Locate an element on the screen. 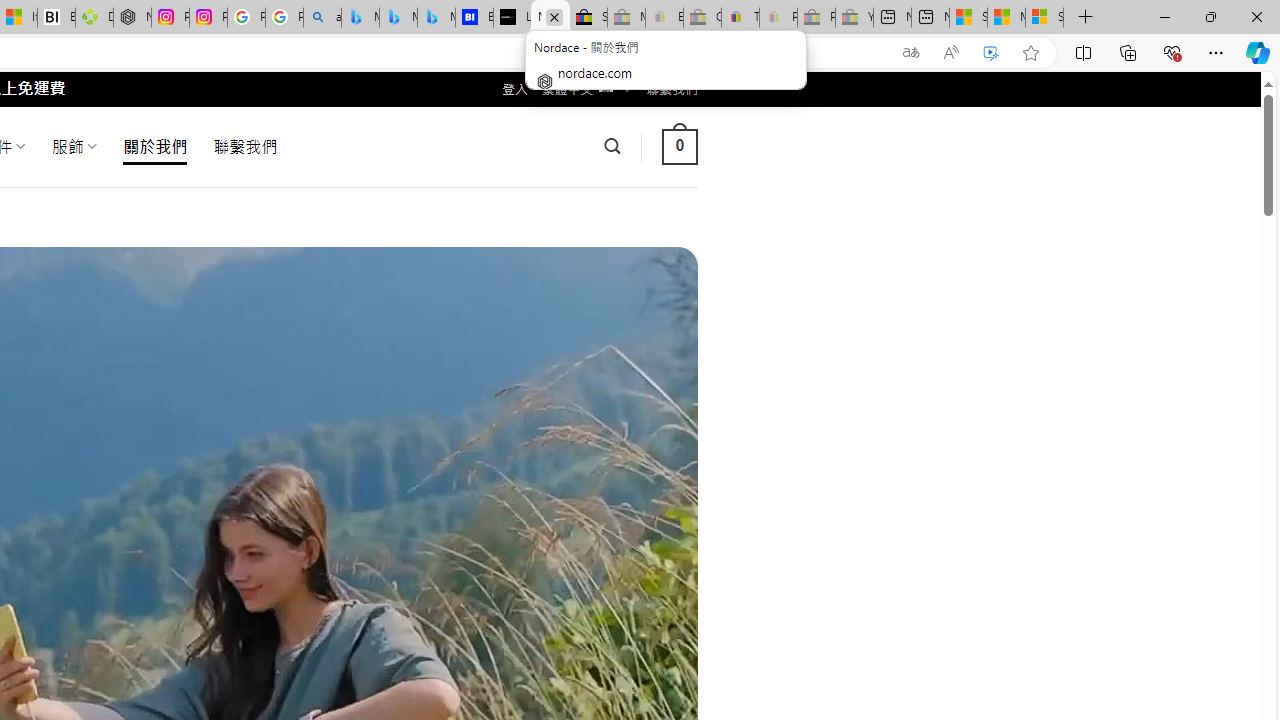 This screenshot has width=1280, height=720. 'Show translate options' is located at coordinates (909, 52).